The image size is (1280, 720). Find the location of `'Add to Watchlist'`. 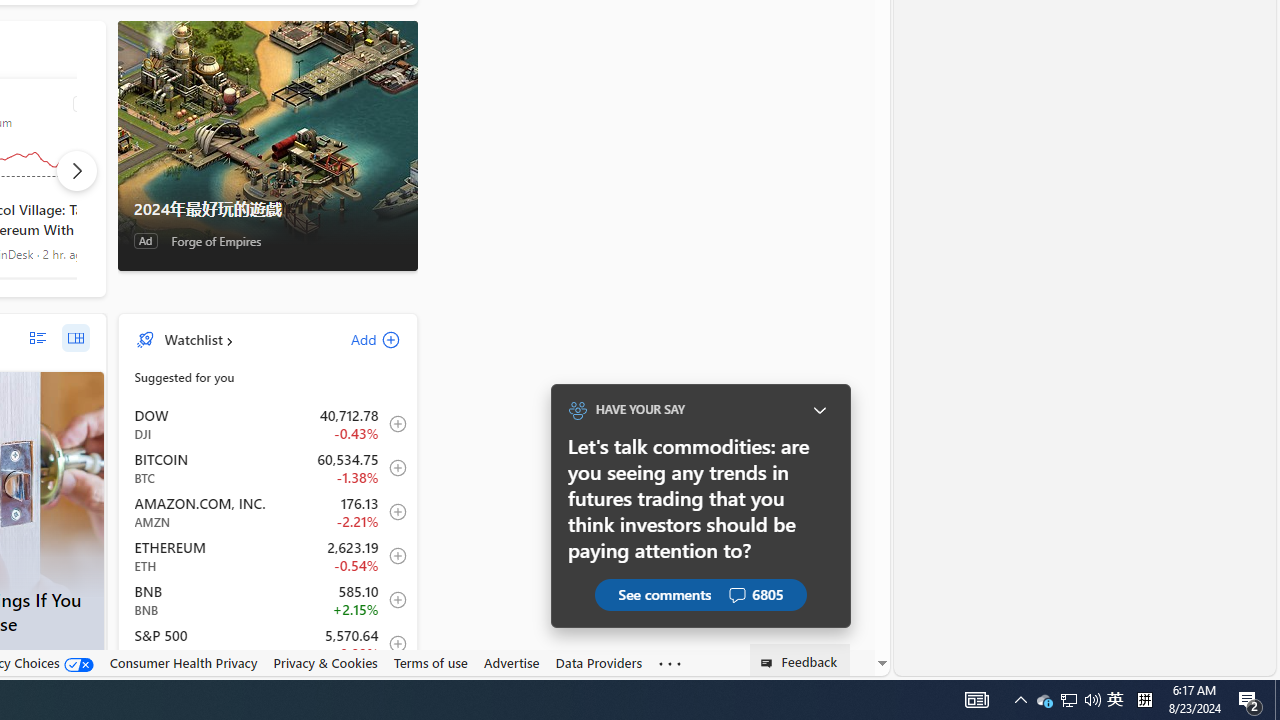

'Add to Watchlist' is located at coordinates (392, 644).